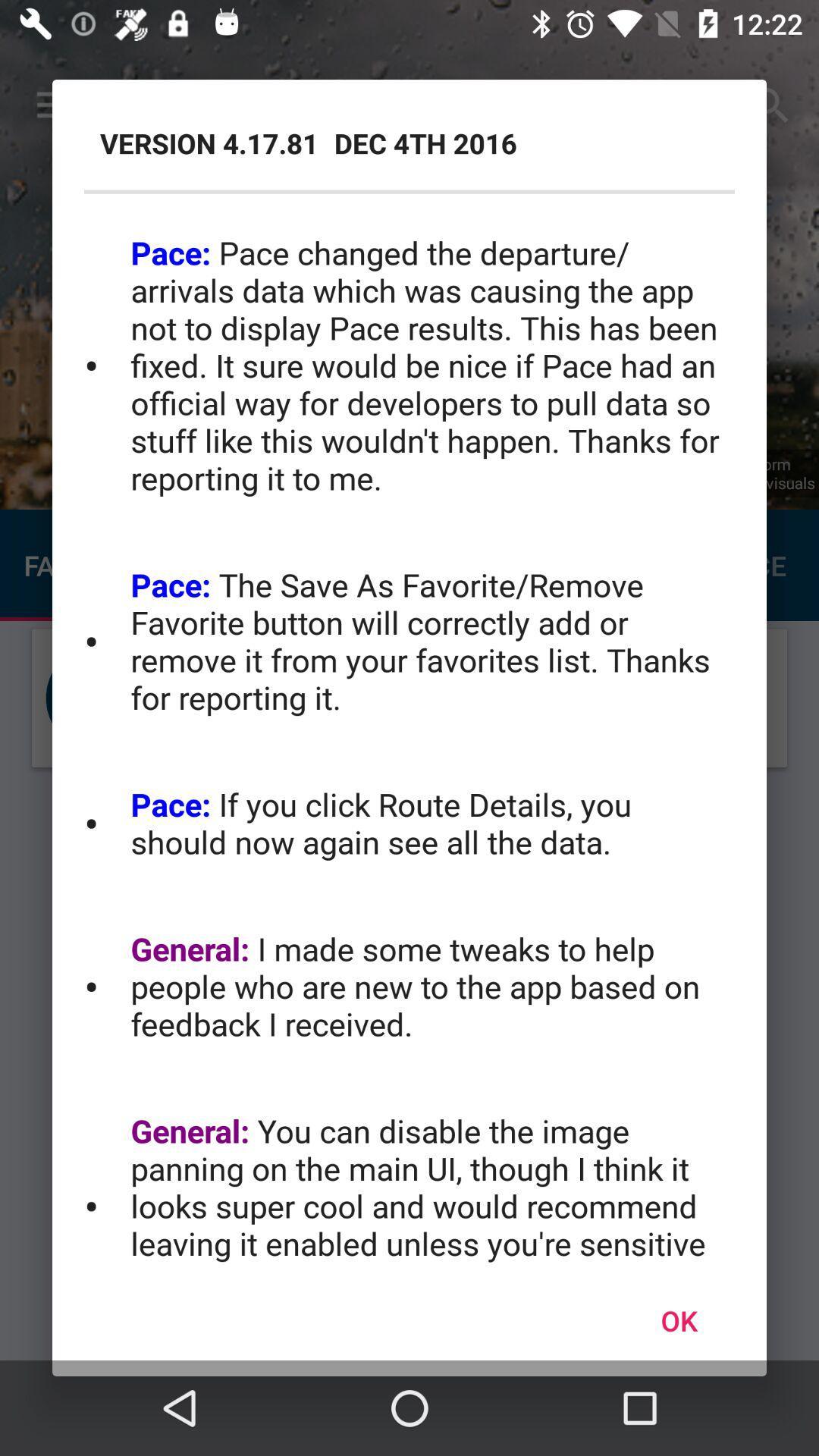 The image size is (819, 1456). Describe the element at coordinates (678, 1319) in the screenshot. I see `icon at the bottom right corner` at that location.